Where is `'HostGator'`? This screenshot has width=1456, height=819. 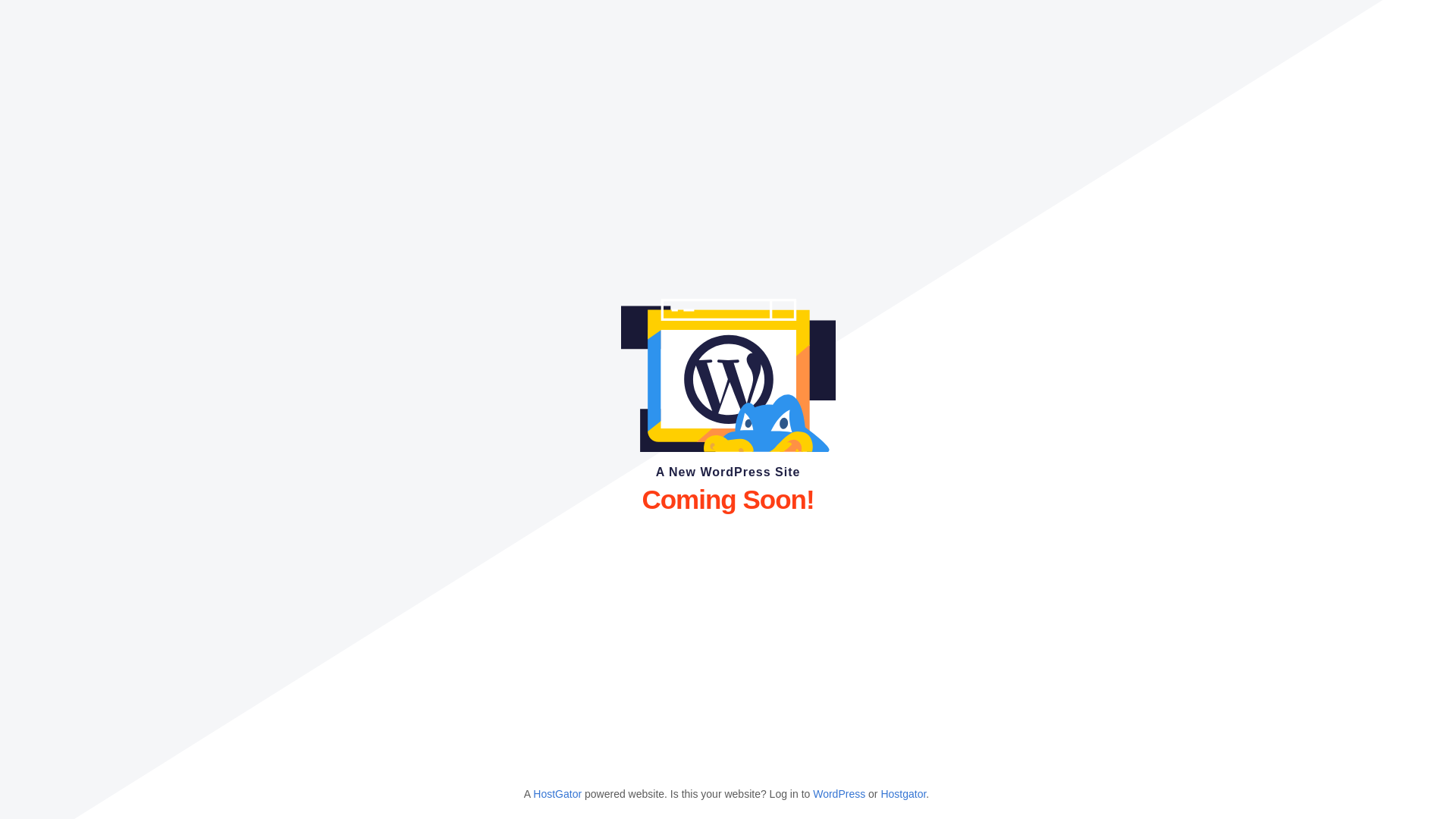 'HostGator' is located at coordinates (556, 792).